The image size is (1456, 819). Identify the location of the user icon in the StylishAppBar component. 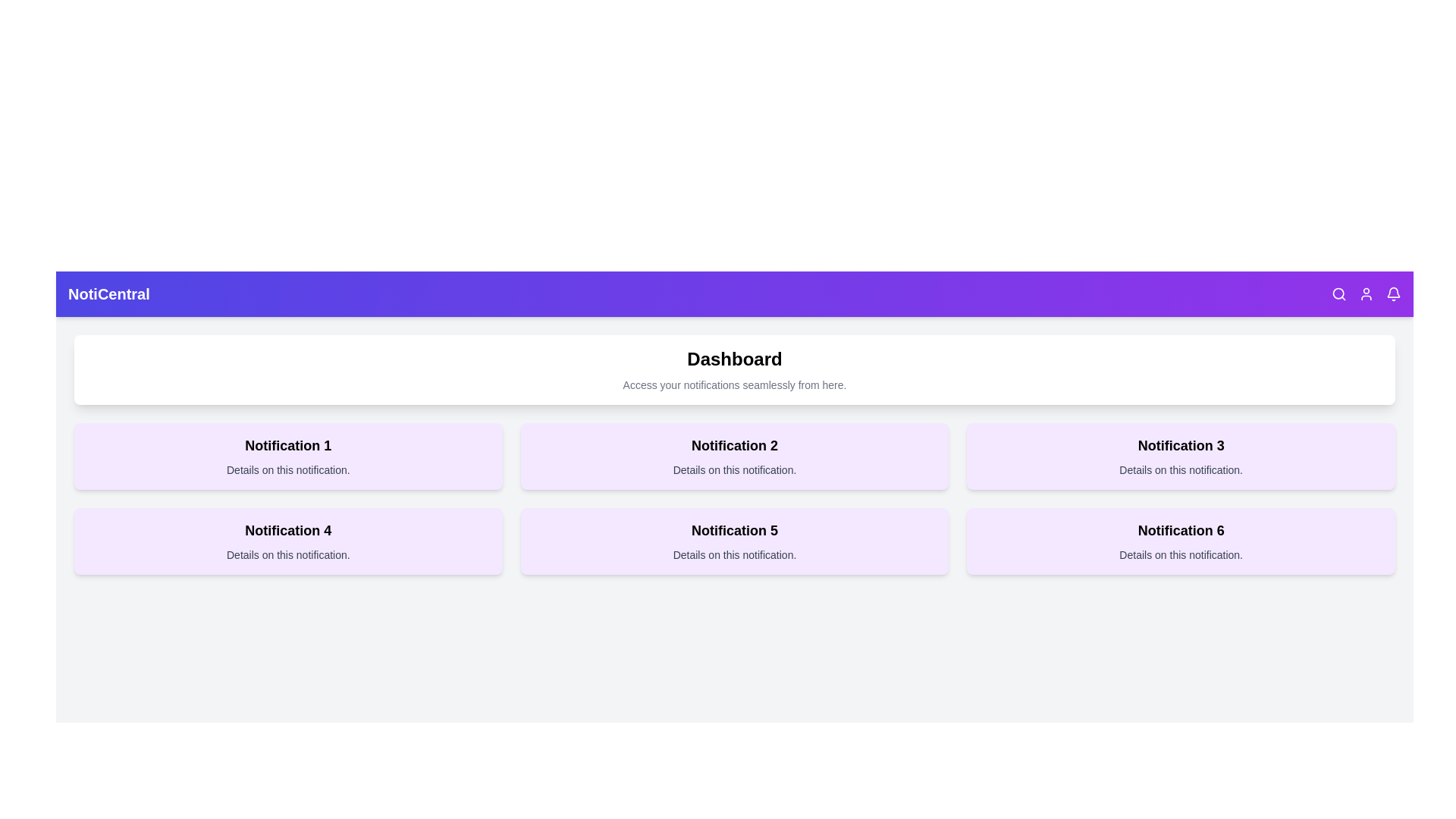
(1366, 294).